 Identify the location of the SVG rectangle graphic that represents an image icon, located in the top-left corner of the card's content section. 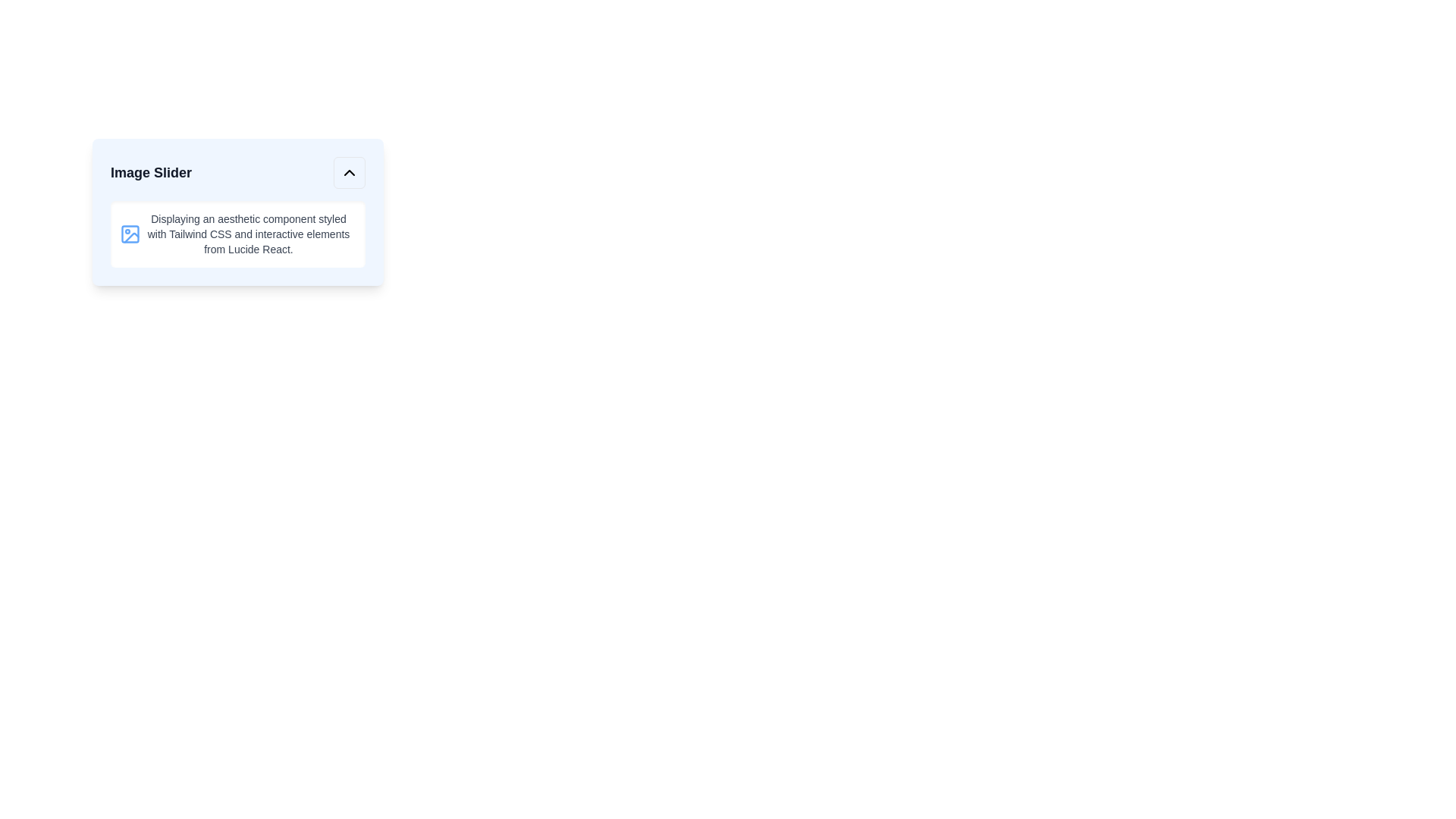
(130, 234).